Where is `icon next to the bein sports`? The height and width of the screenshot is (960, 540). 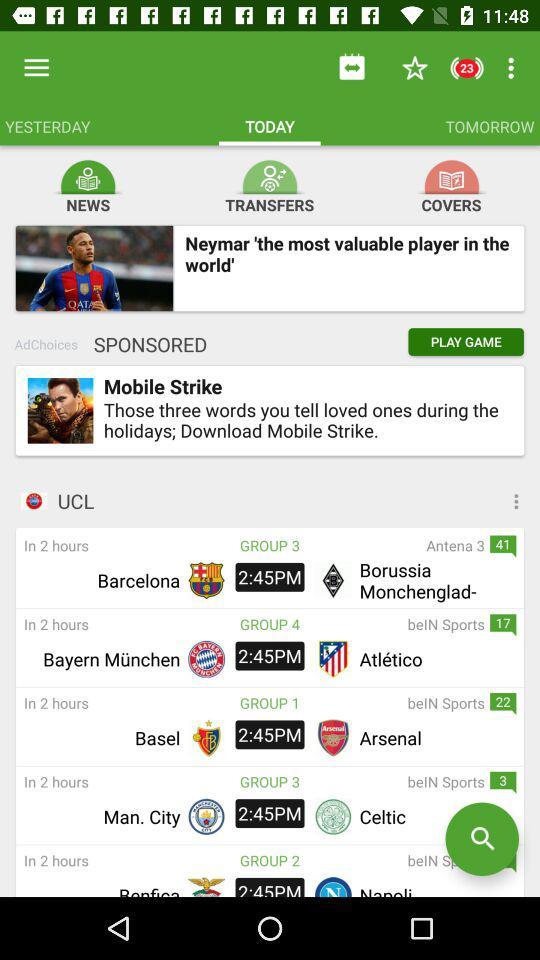 icon next to the bein sports is located at coordinates (270, 859).